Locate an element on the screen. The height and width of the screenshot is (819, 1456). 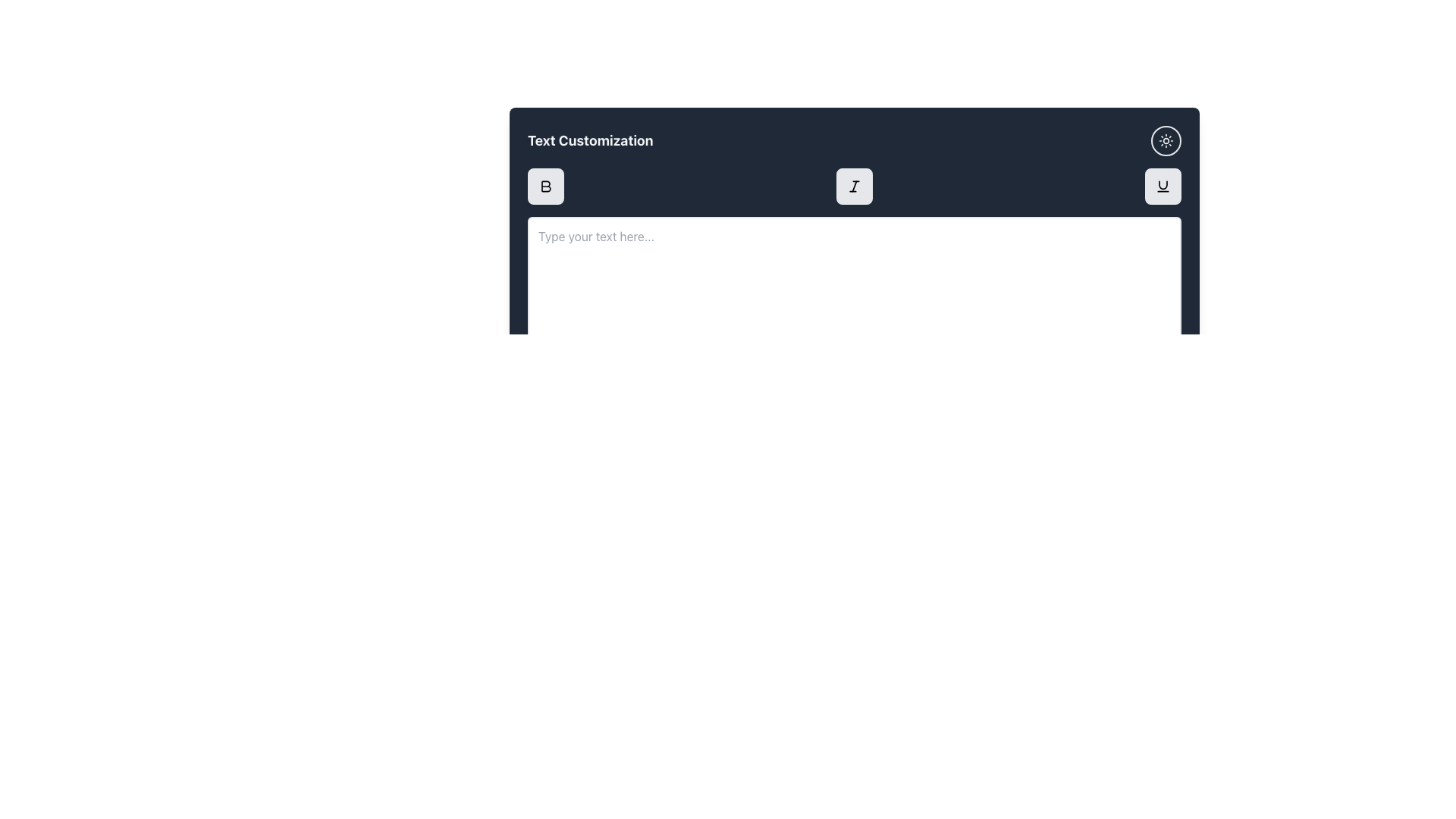
the bold text formatting button, which is the first button in a horizontal group within the toolbar is located at coordinates (546, 186).